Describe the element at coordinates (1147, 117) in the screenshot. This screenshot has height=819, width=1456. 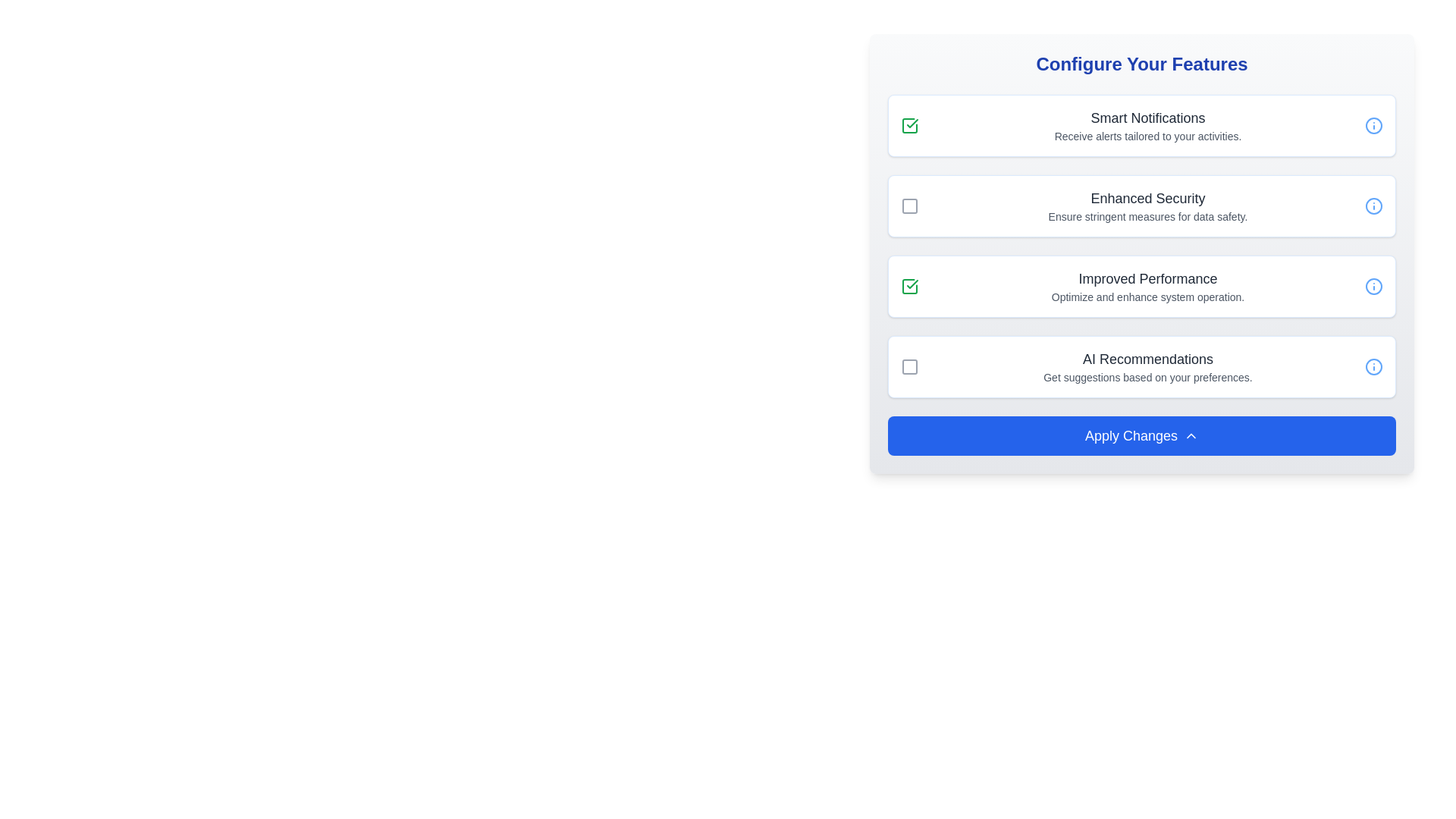
I see `the 'Smart Notifications' text label, which is styled in bold dark gray and located above the descriptive text in the feature configuration list` at that location.